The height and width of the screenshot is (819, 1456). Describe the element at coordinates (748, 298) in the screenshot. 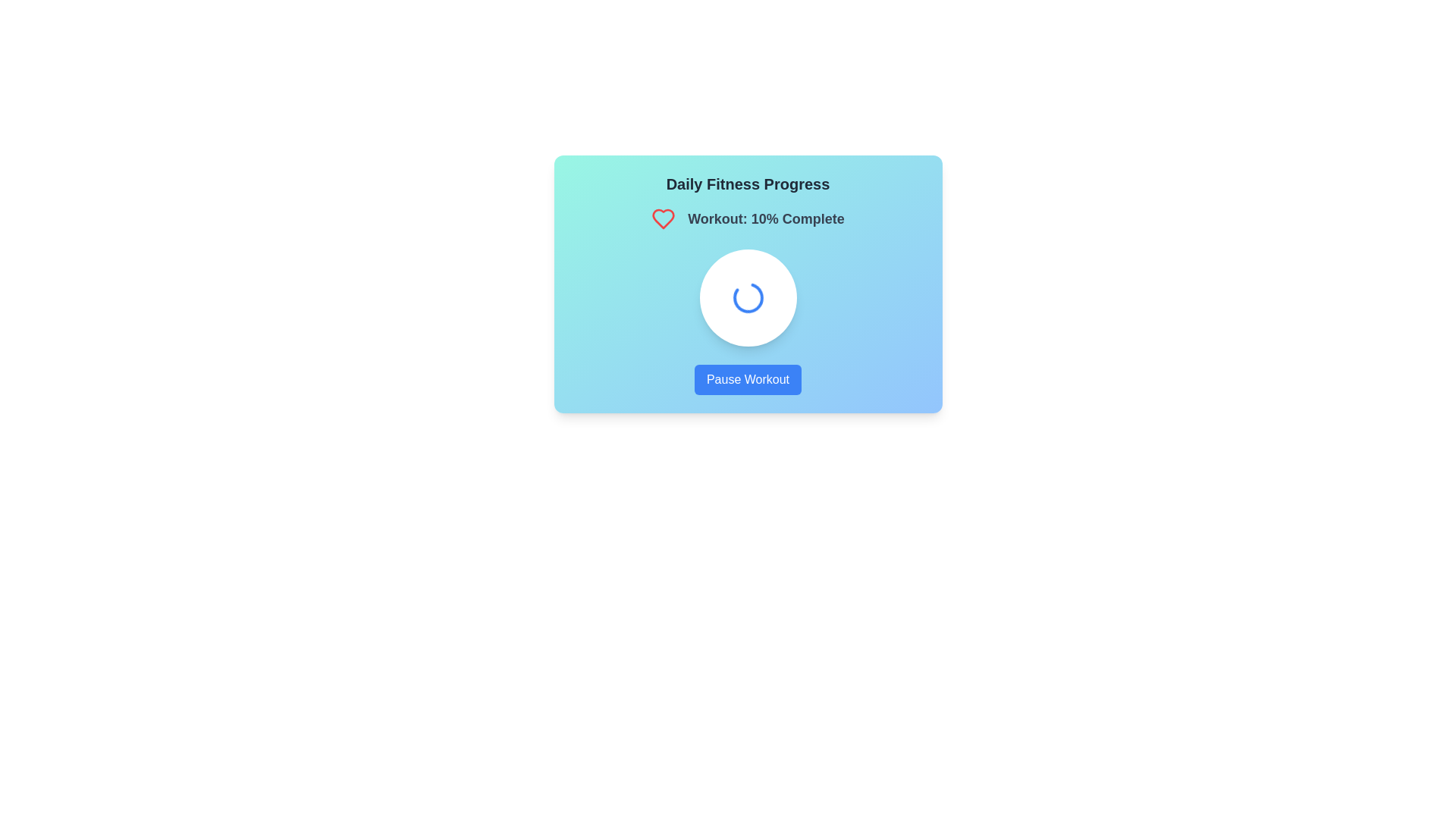

I see `the Loader or Loading Indicator located centrally within the card titled 'Daily Fitness Progress'` at that location.